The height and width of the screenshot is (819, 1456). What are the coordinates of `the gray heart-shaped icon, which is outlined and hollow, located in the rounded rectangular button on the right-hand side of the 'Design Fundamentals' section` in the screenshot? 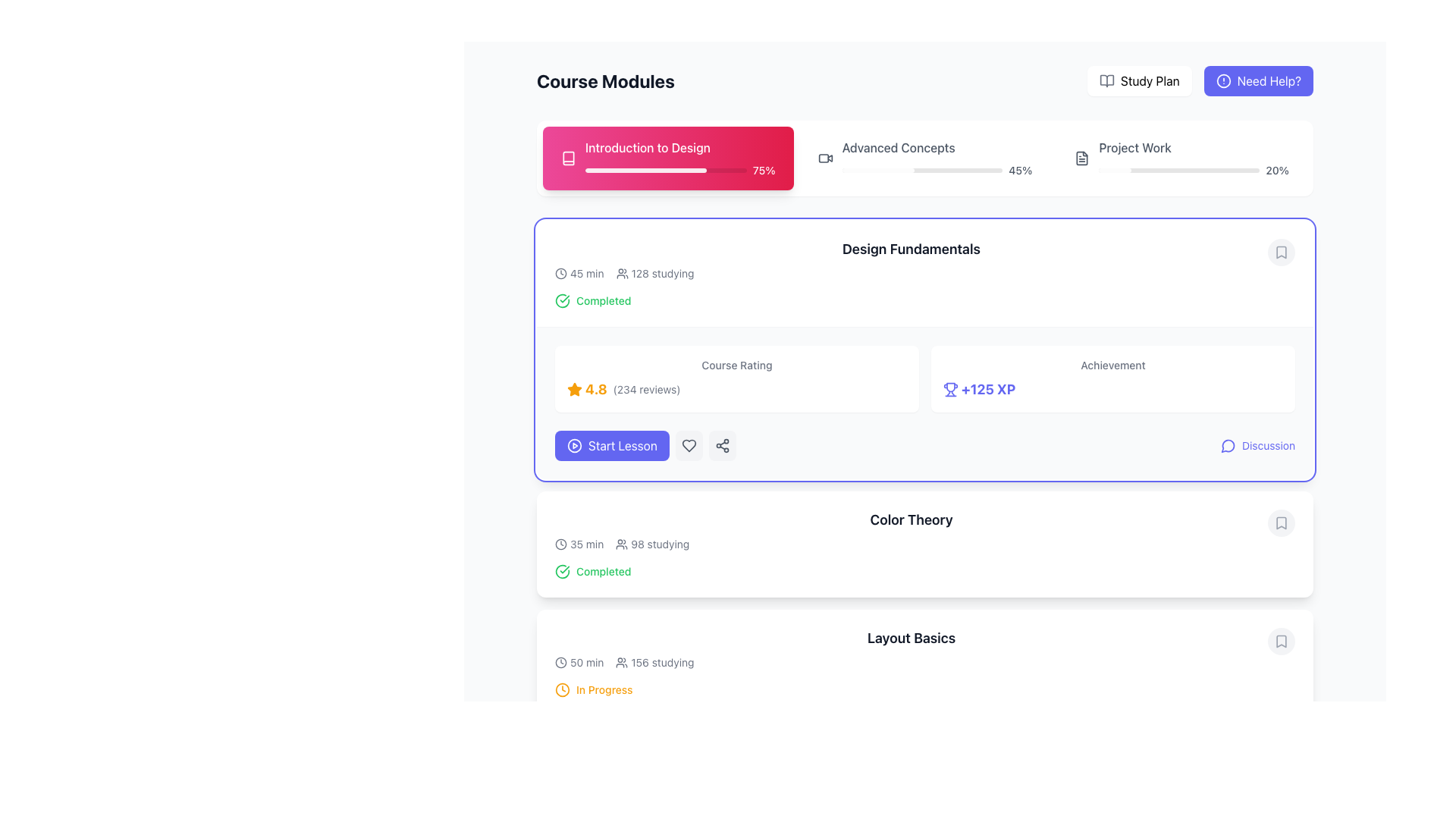 It's located at (688, 444).